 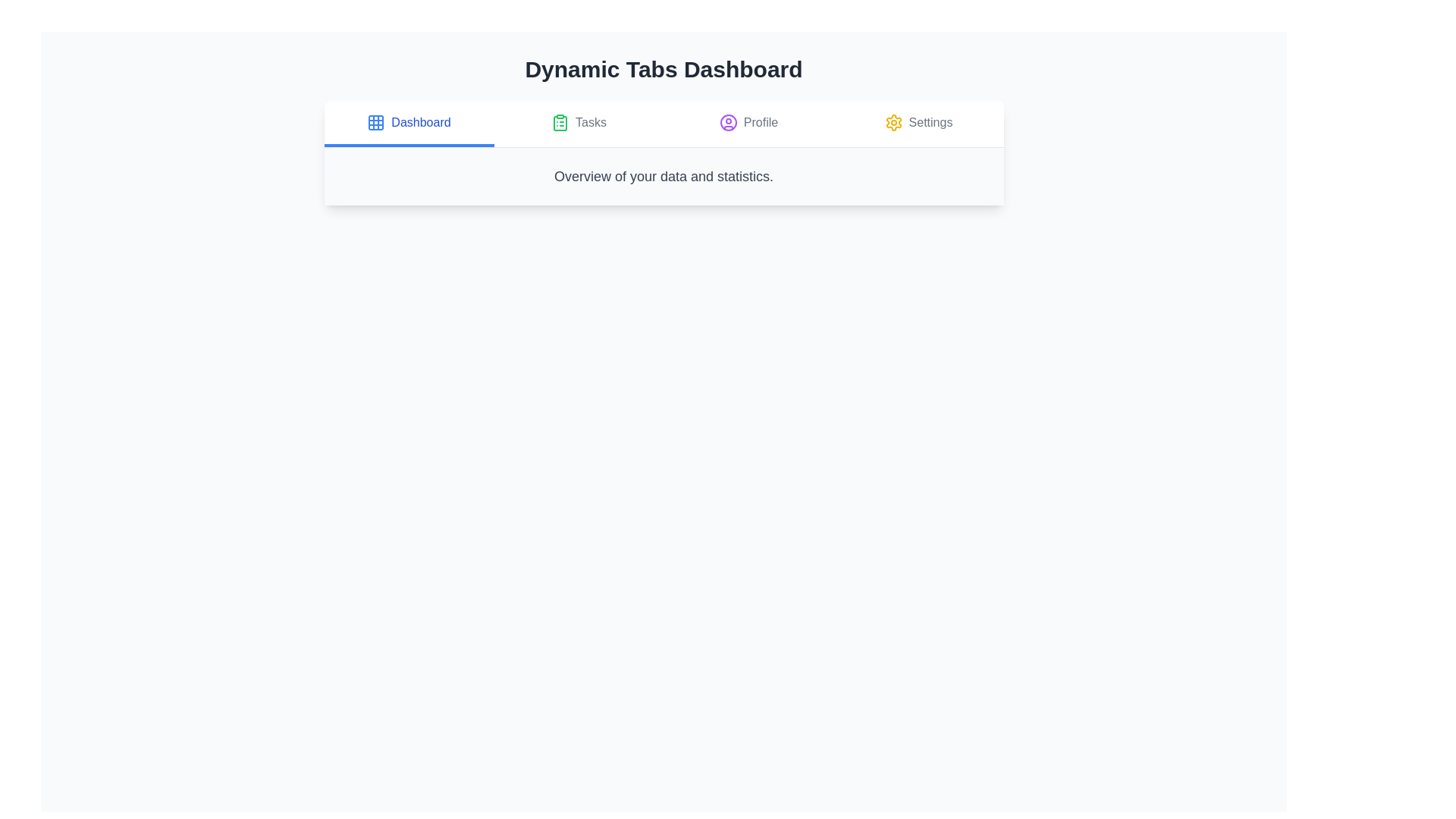 What do you see at coordinates (930, 122) in the screenshot?
I see `the fourth text tab in the navigation bar` at bounding box center [930, 122].